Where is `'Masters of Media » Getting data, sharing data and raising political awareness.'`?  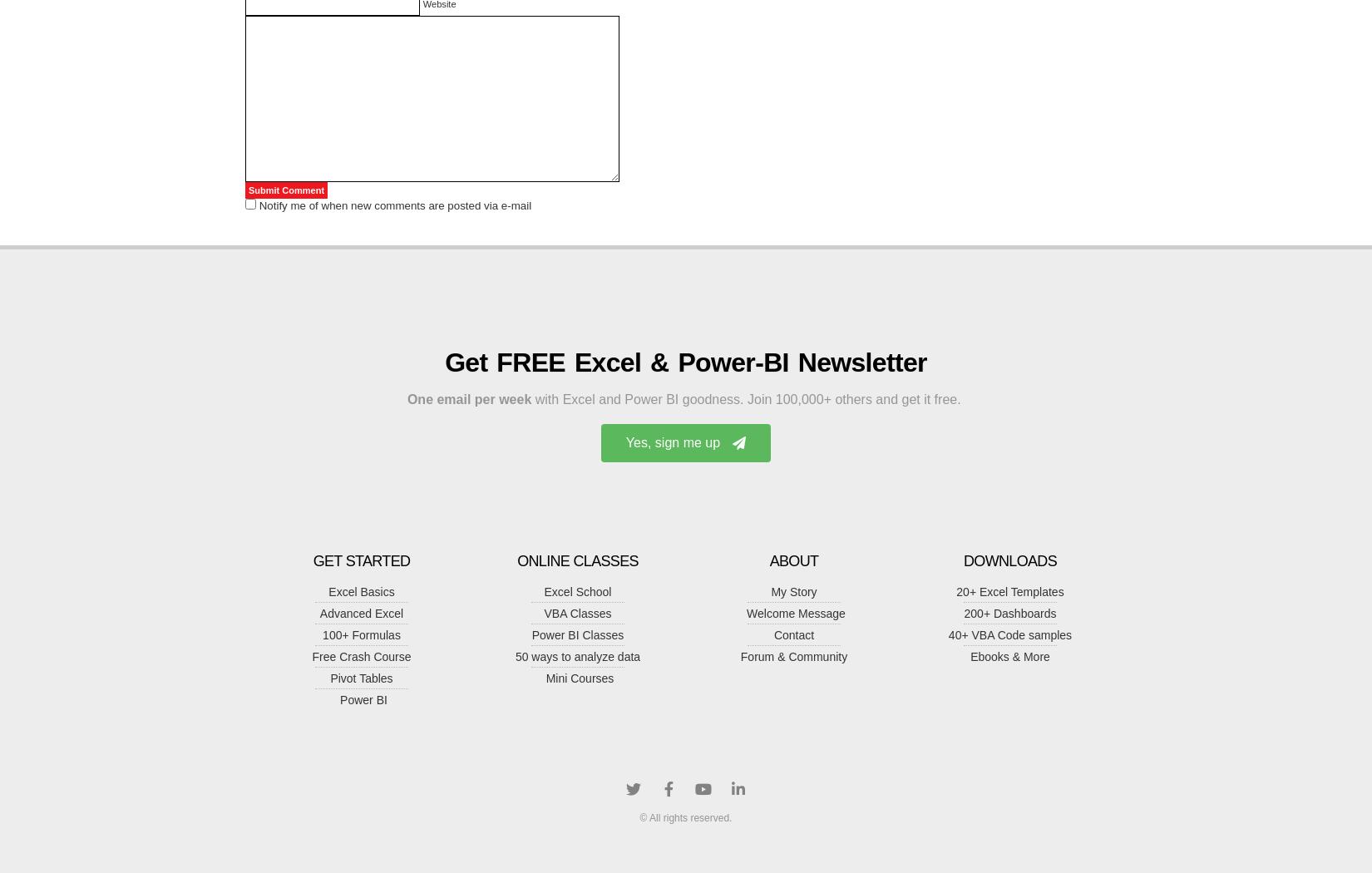
'Masters of Media » Getting data, sharing data and raising political awareness.' is located at coordinates (257, 329).